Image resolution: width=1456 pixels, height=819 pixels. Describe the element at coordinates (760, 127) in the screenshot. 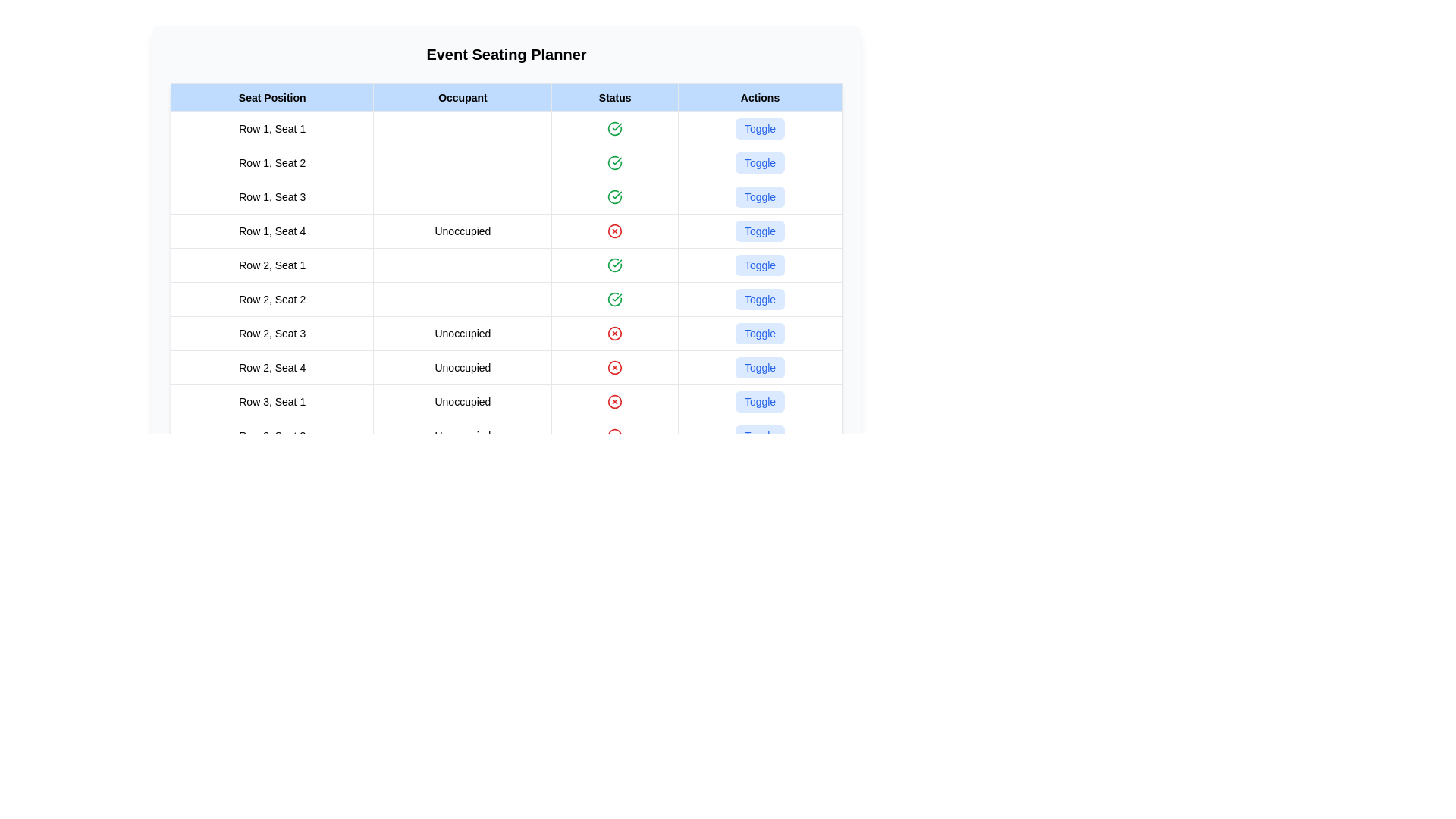

I see `the 'Toggle' button with blue text and a light blue background located in the rightmost column of the first row under the 'Actions' column in the 'Event Seating Planner' table` at that location.